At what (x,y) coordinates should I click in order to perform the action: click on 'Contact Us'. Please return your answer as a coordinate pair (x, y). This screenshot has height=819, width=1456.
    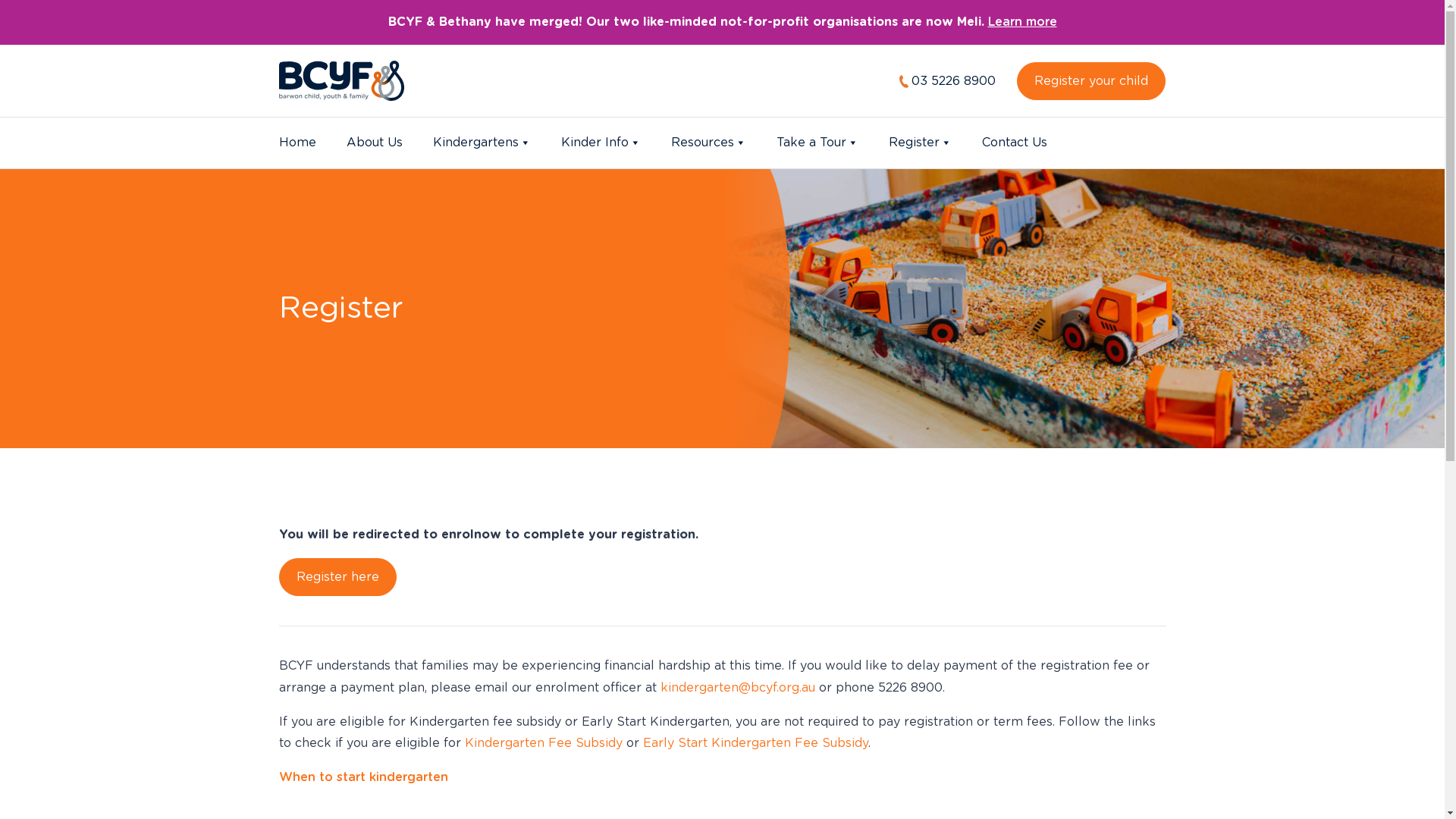
    Looking at the image, I should click on (1014, 143).